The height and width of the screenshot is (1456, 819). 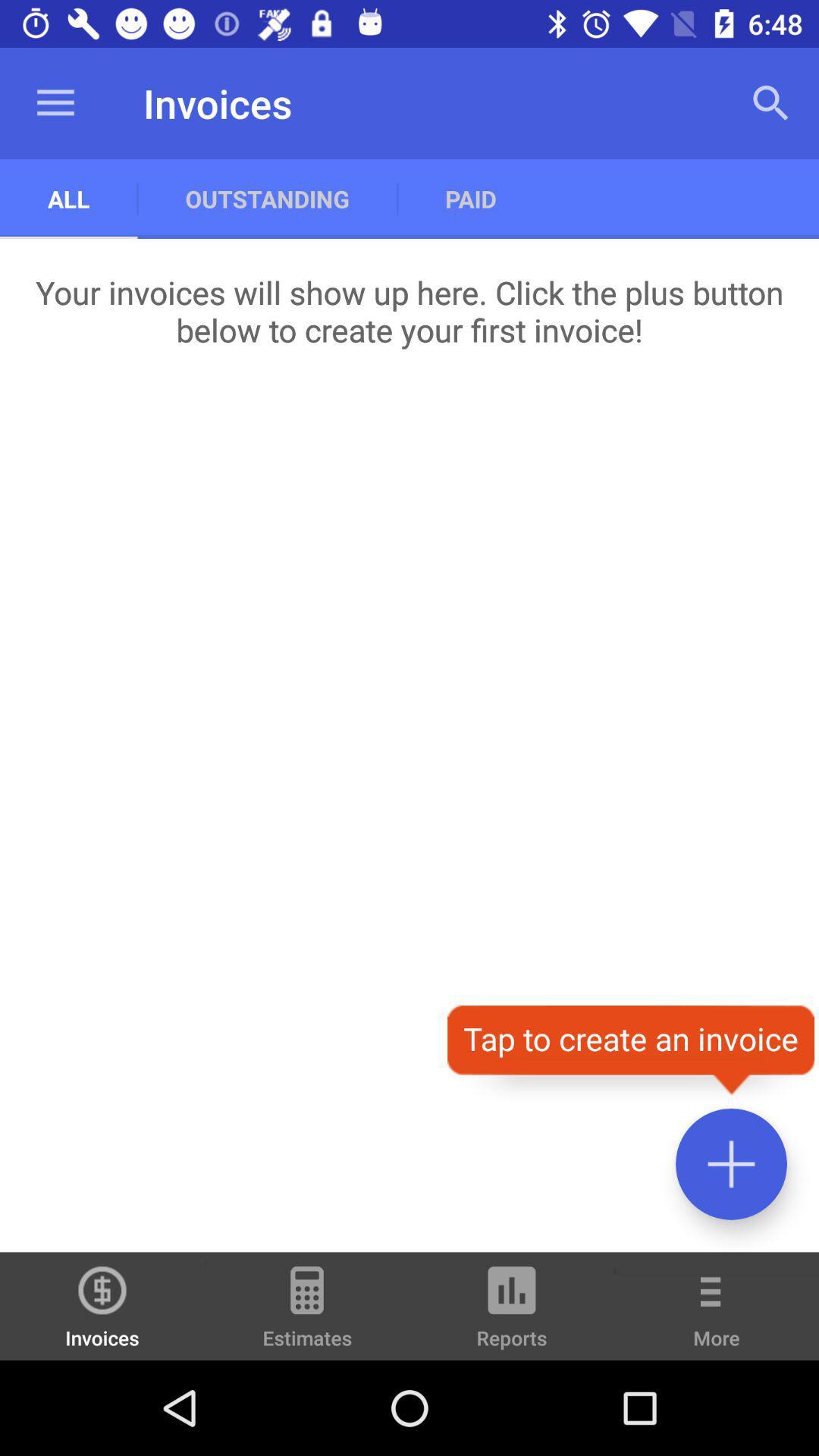 What do you see at coordinates (307, 1313) in the screenshot?
I see `the icon to the left of the reports icon` at bounding box center [307, 1313].